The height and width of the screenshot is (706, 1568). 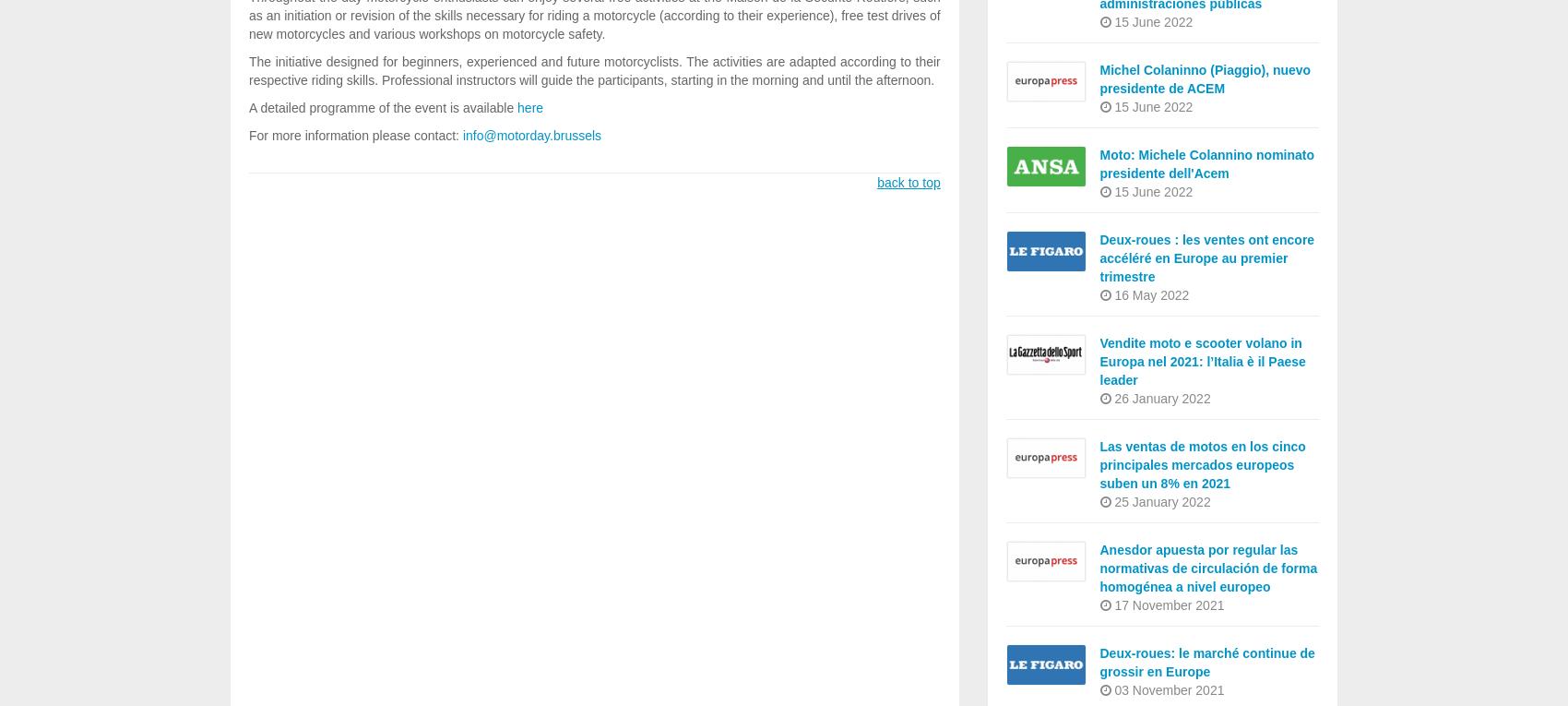 What do you see at coordinates (594, 71) in the screenshot?
I see `'The initiative designed for beginners, experienced and future motorcyclists. The activities are adapted according to their respective riding skills. Professional instructors will guide the participants, starting in the morning and until the afternoon.'` at bounding box center [594, 71].